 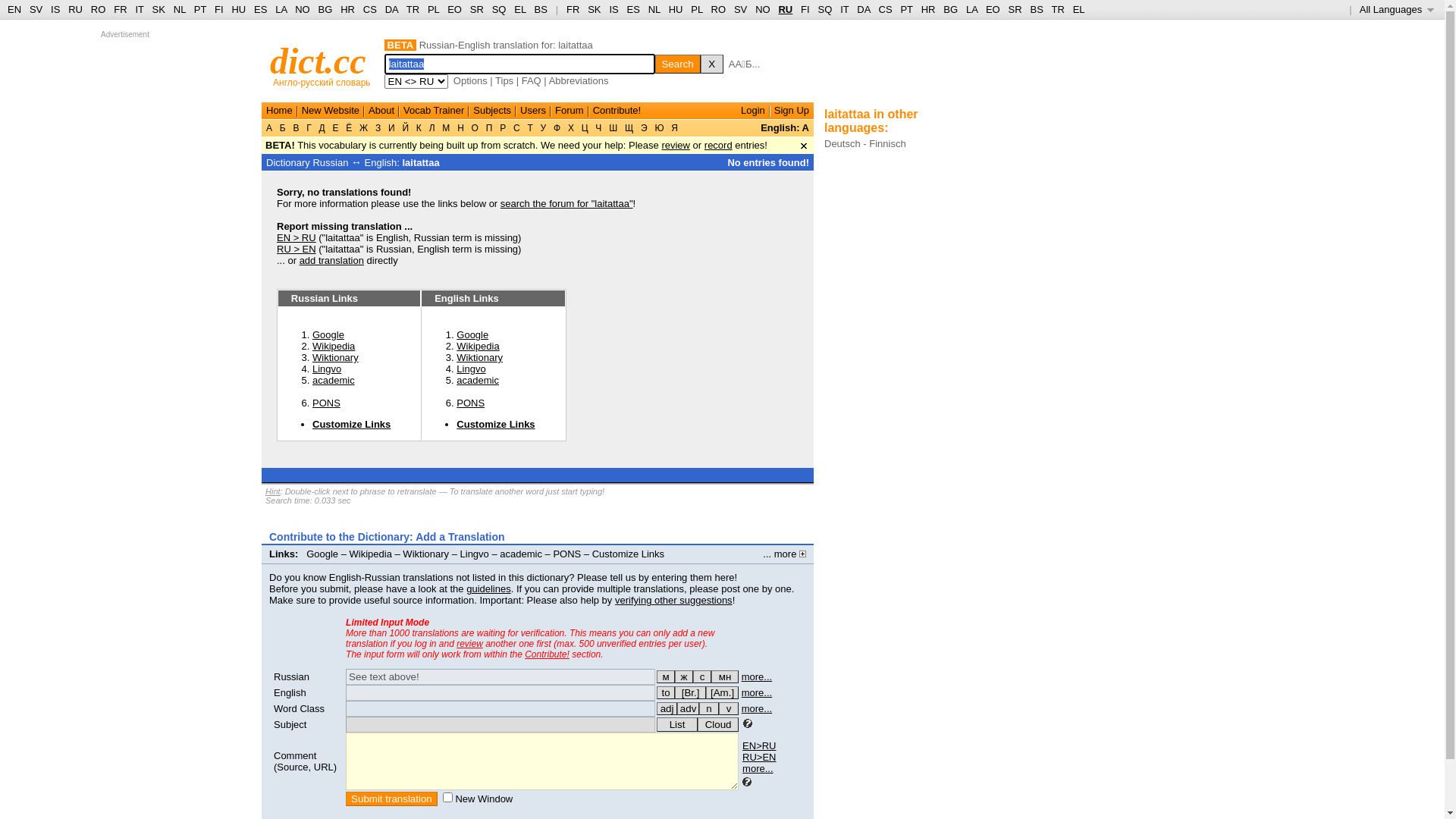 What do you see at coordinates (566, 202) in the screenshot?
I see `'search the forum for "laitattaa"'` at bounding box center [566, 202].